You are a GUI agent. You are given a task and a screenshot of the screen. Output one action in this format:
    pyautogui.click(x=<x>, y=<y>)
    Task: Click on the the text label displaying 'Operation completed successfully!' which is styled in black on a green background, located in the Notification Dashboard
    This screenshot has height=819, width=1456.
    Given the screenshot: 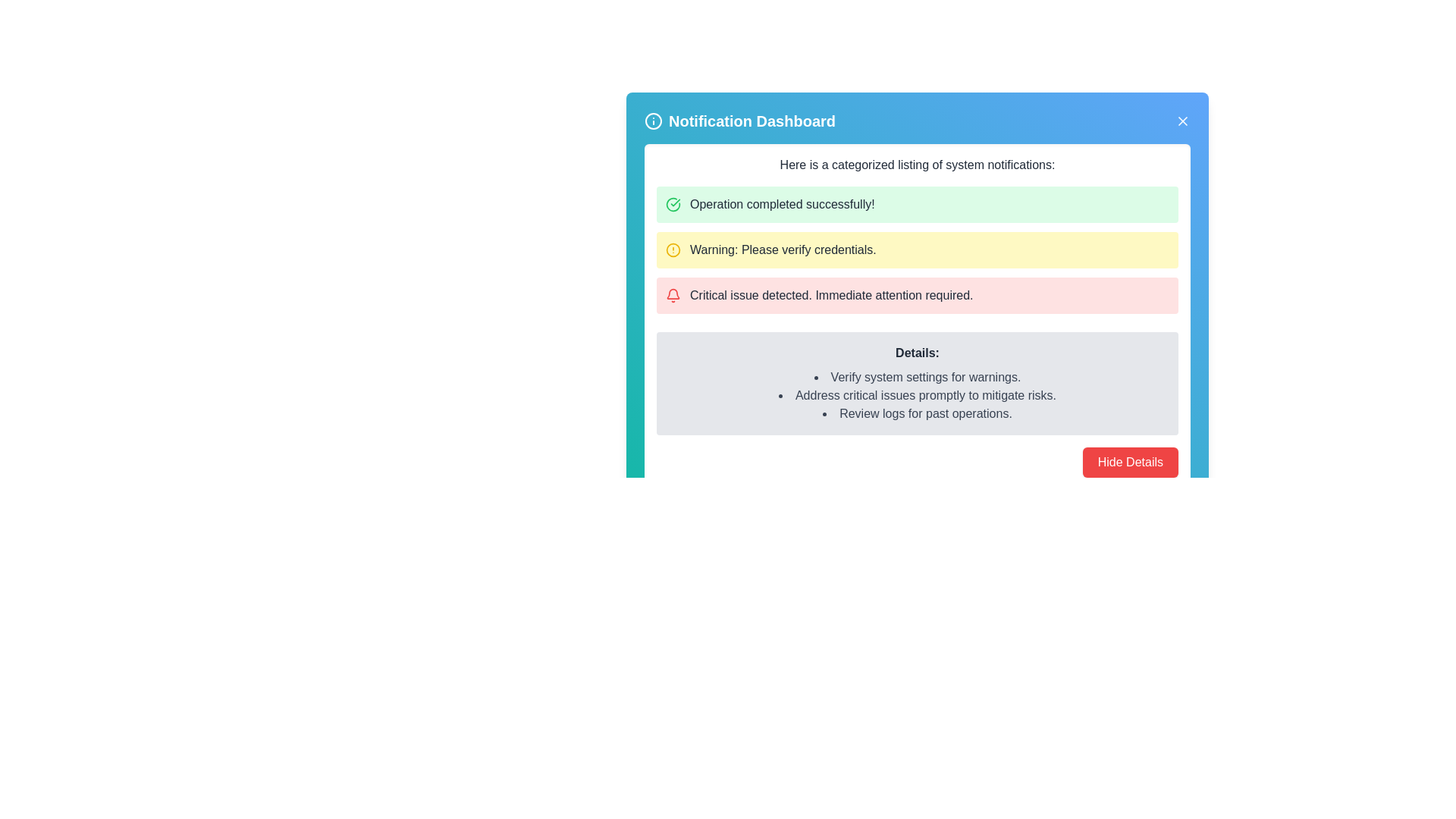 What is the action you would take?
    pyautogui.click(x=782, y=205)
    